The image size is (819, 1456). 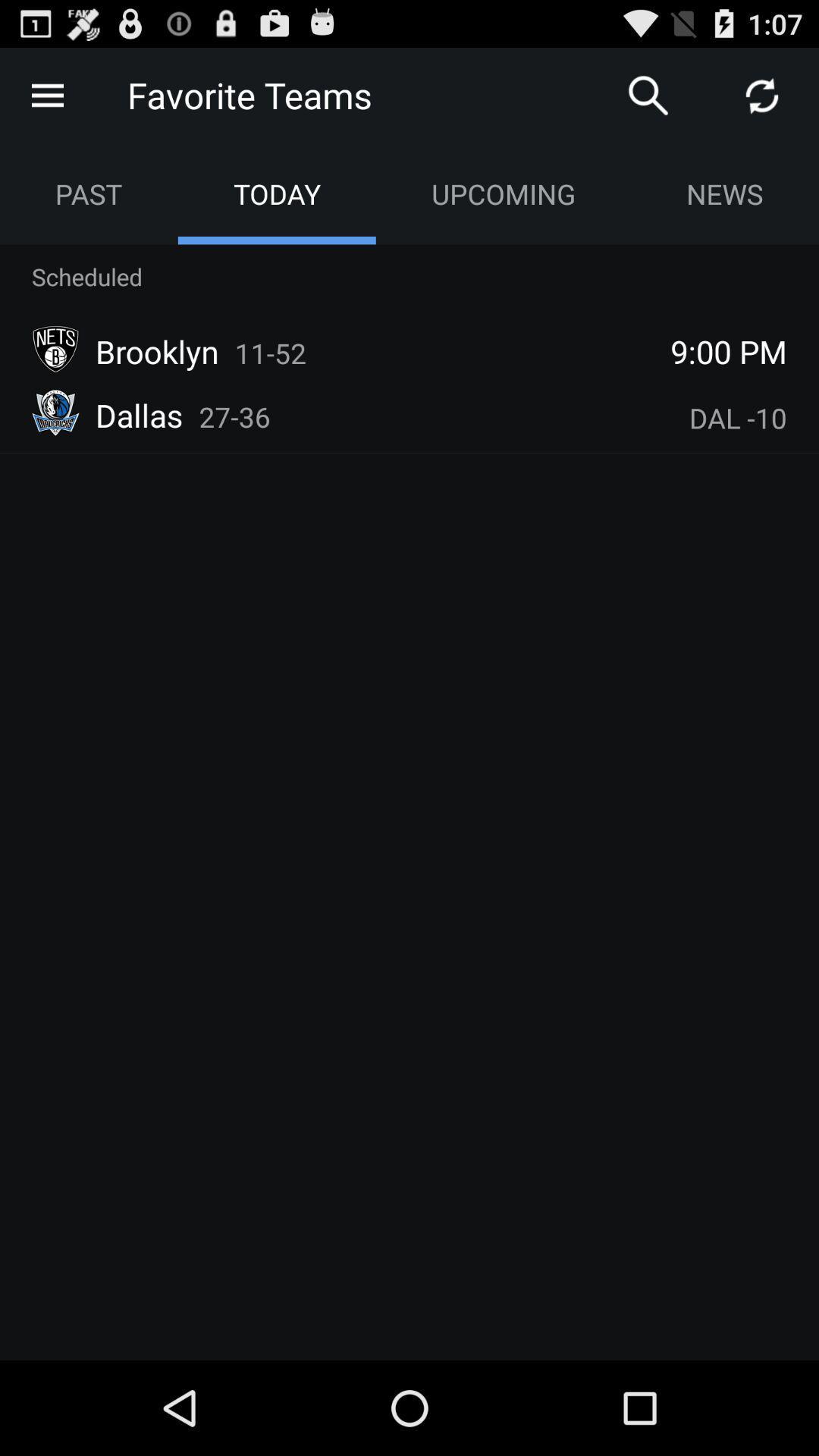 I want to click on app next to the dal -10 app, so click(x=234, y=416).